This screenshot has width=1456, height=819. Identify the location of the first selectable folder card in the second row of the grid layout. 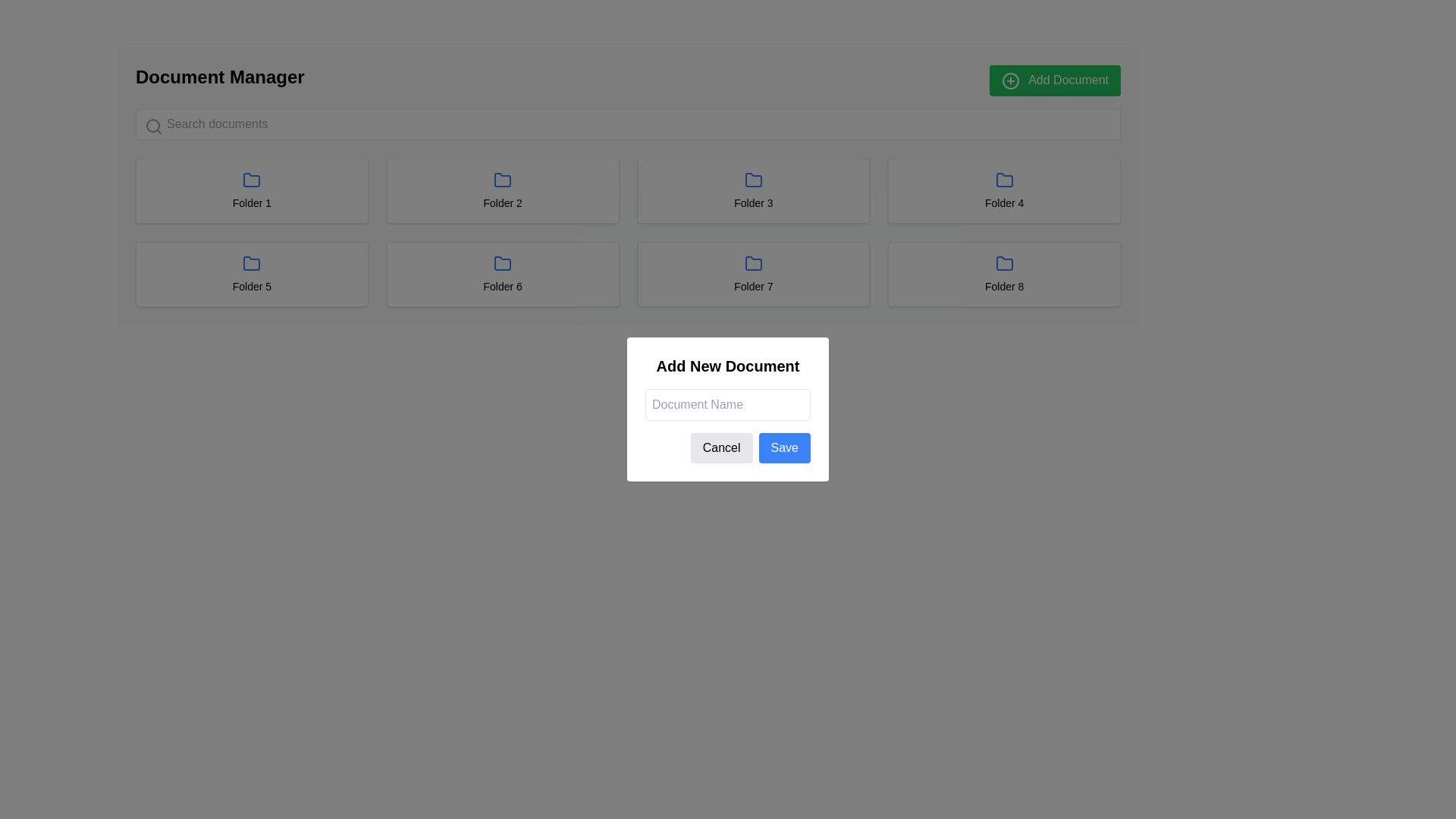
(252, 274).